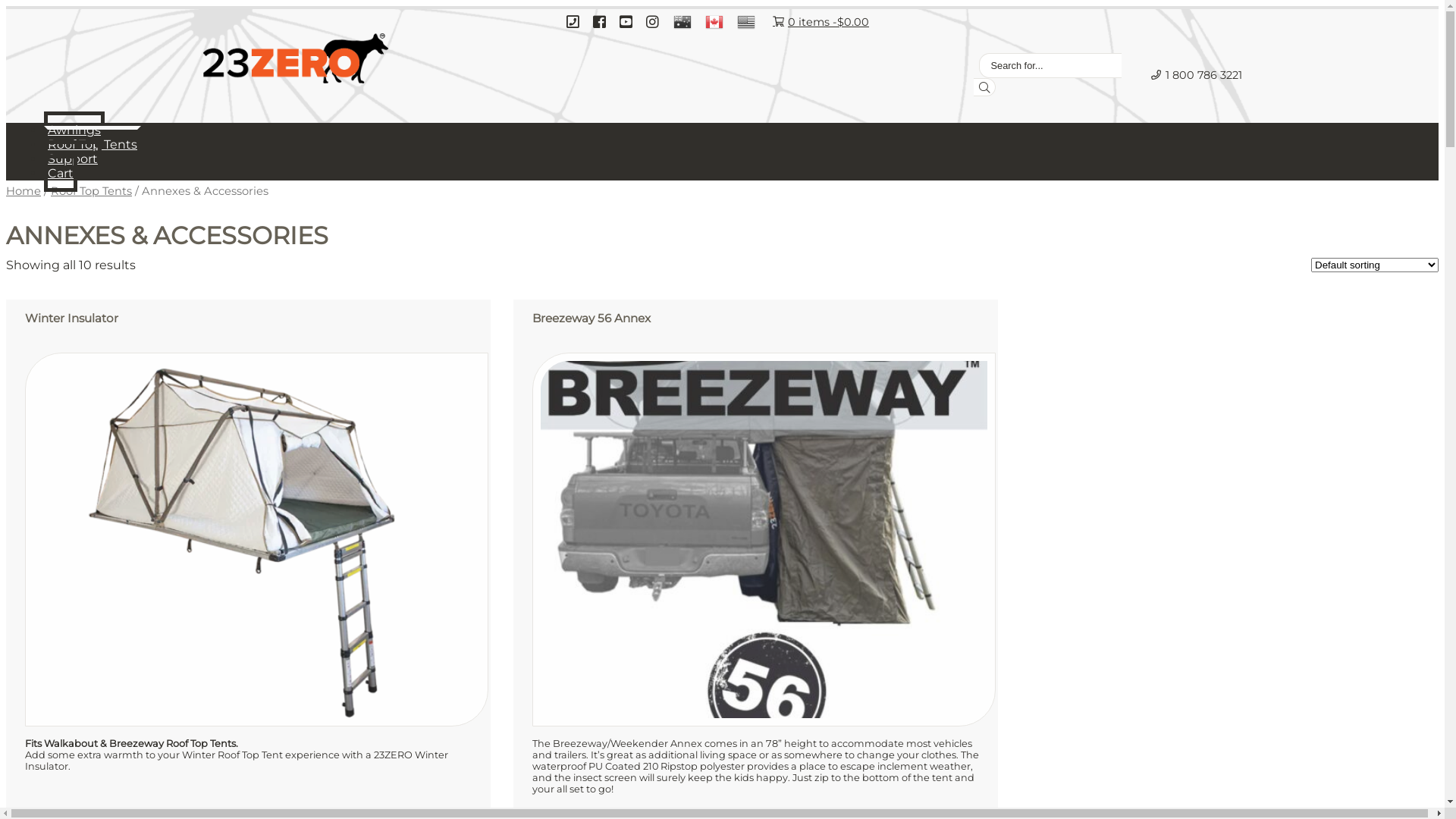 This screenshot has height=819, width=1456. What do you see at coordinates (6, 190) in the screenshot?
I see `'Home'` at bounding box center [6, 190].